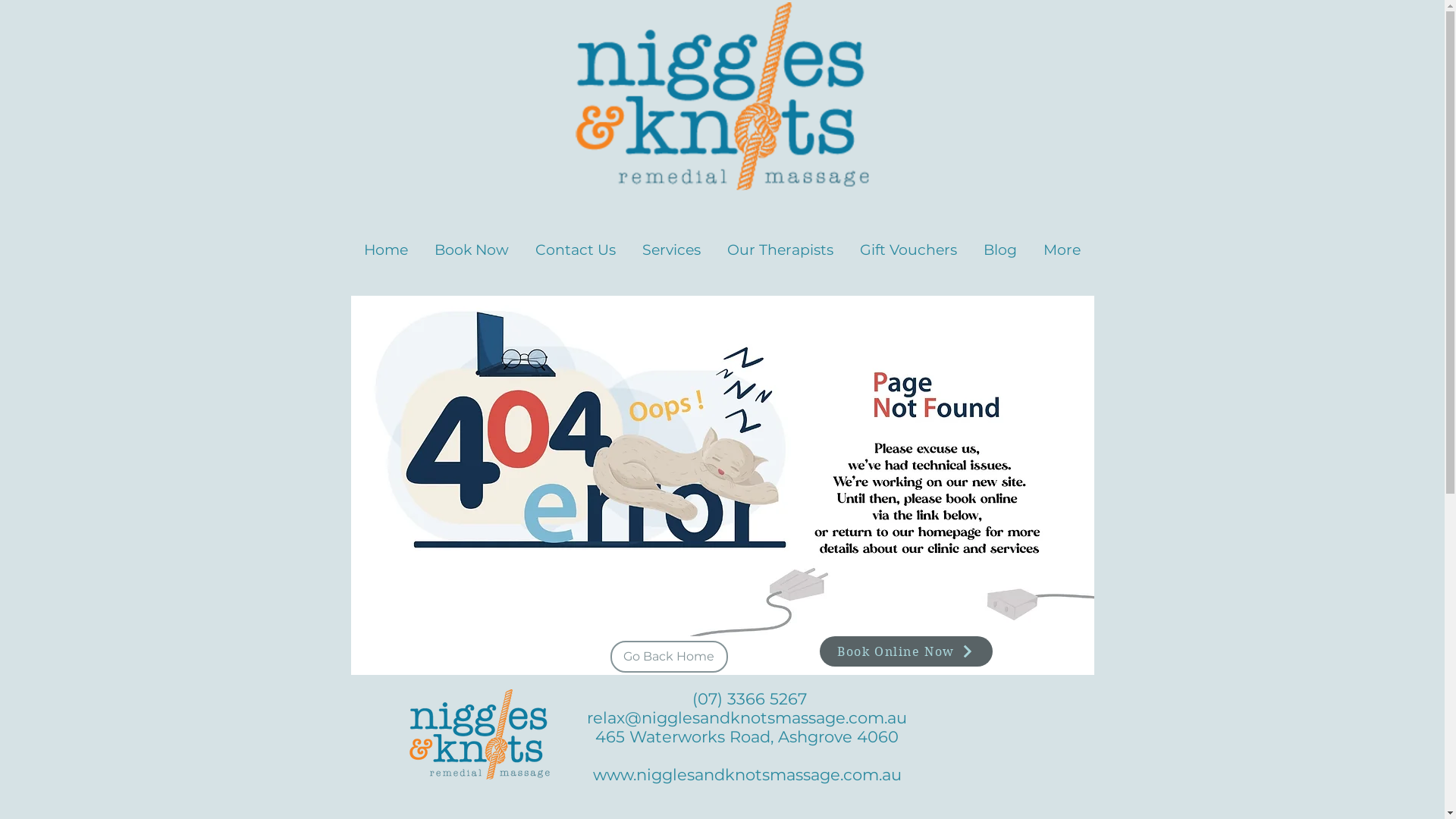 Image resolution: width=1456 pixels, height=819 pixels. Describe the element at coordinates (667, 656) in the screenshot. I see `'Go Back Home'` at that location.